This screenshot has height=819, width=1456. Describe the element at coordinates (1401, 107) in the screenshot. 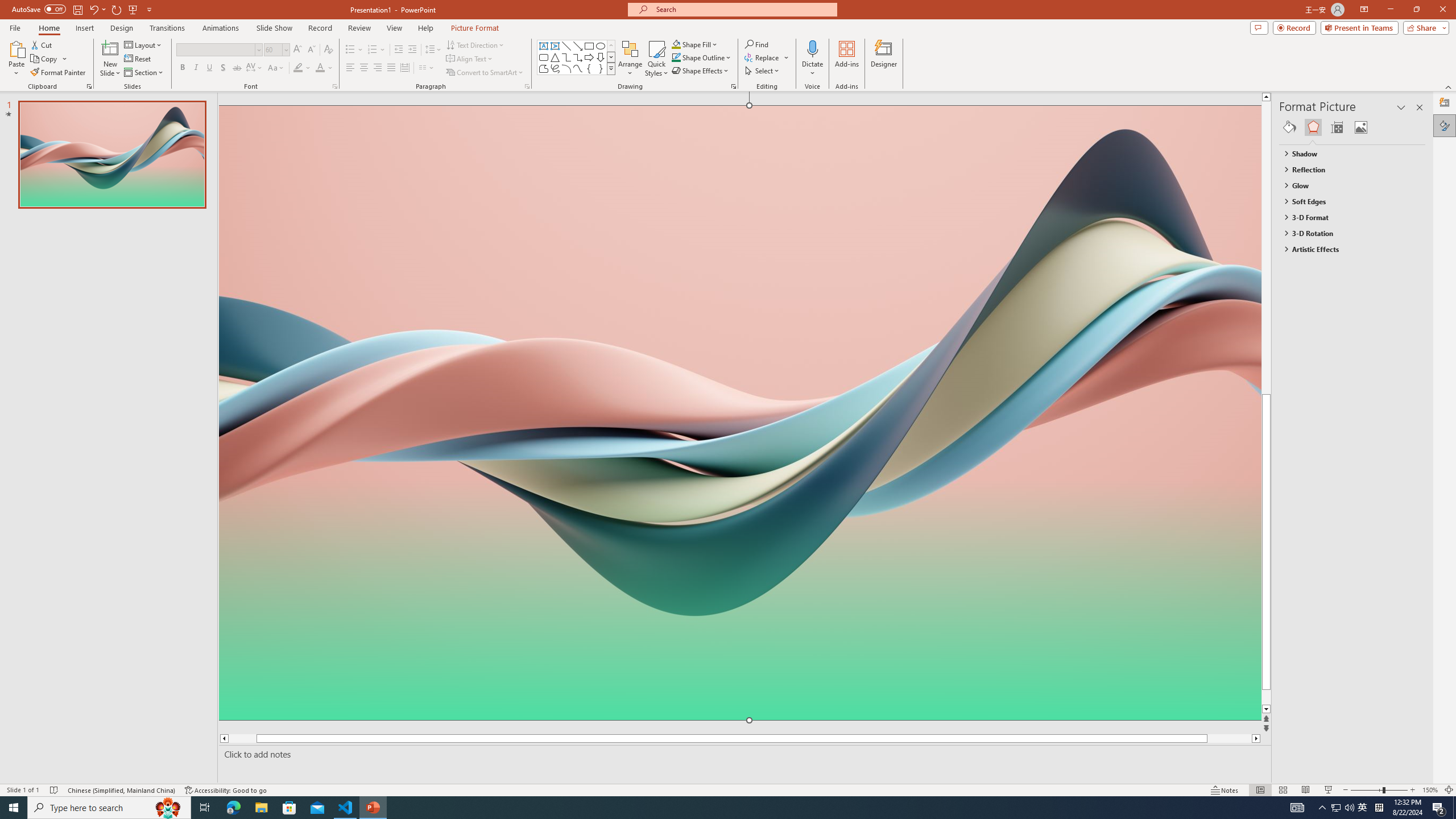

I see `'Task Pane Options'` at that location.